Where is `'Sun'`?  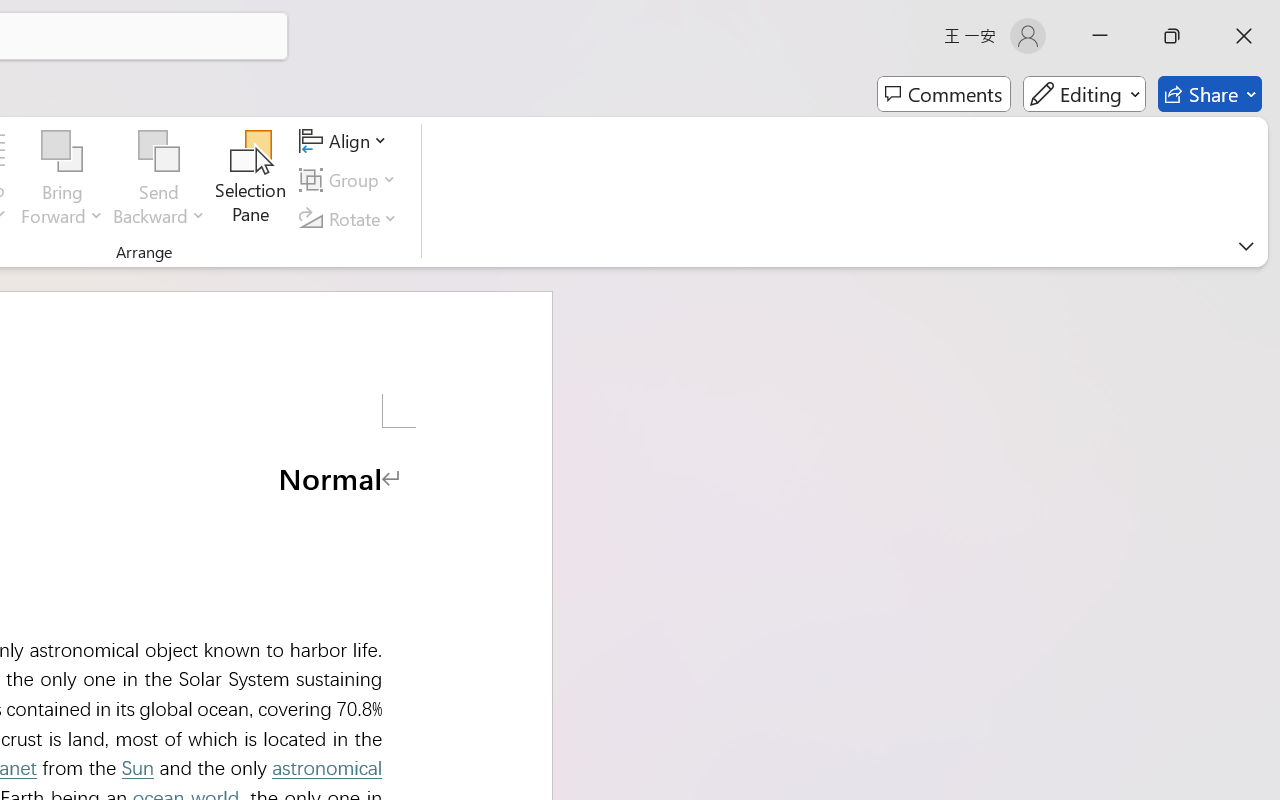 'Sun' is located at coordinates (136, 767).